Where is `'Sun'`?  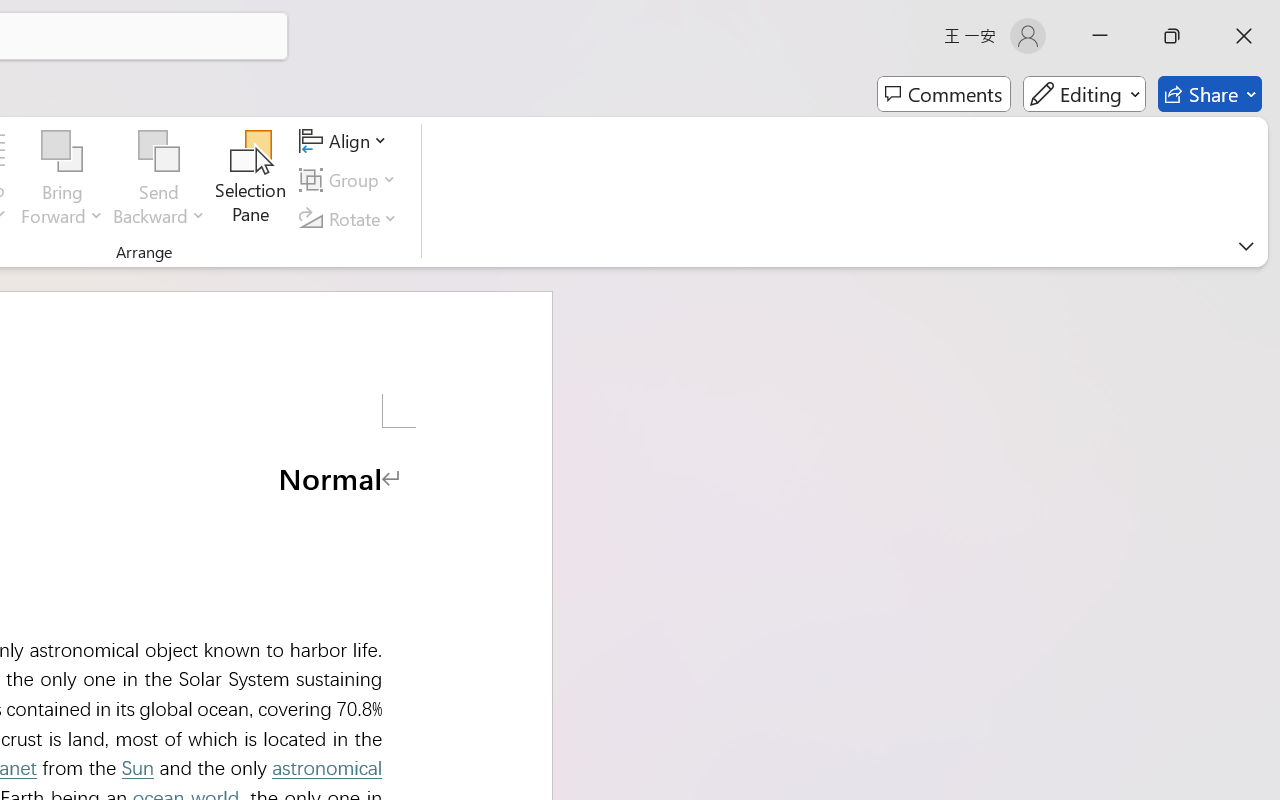 'Sun' is located at coordinates (136, 767).